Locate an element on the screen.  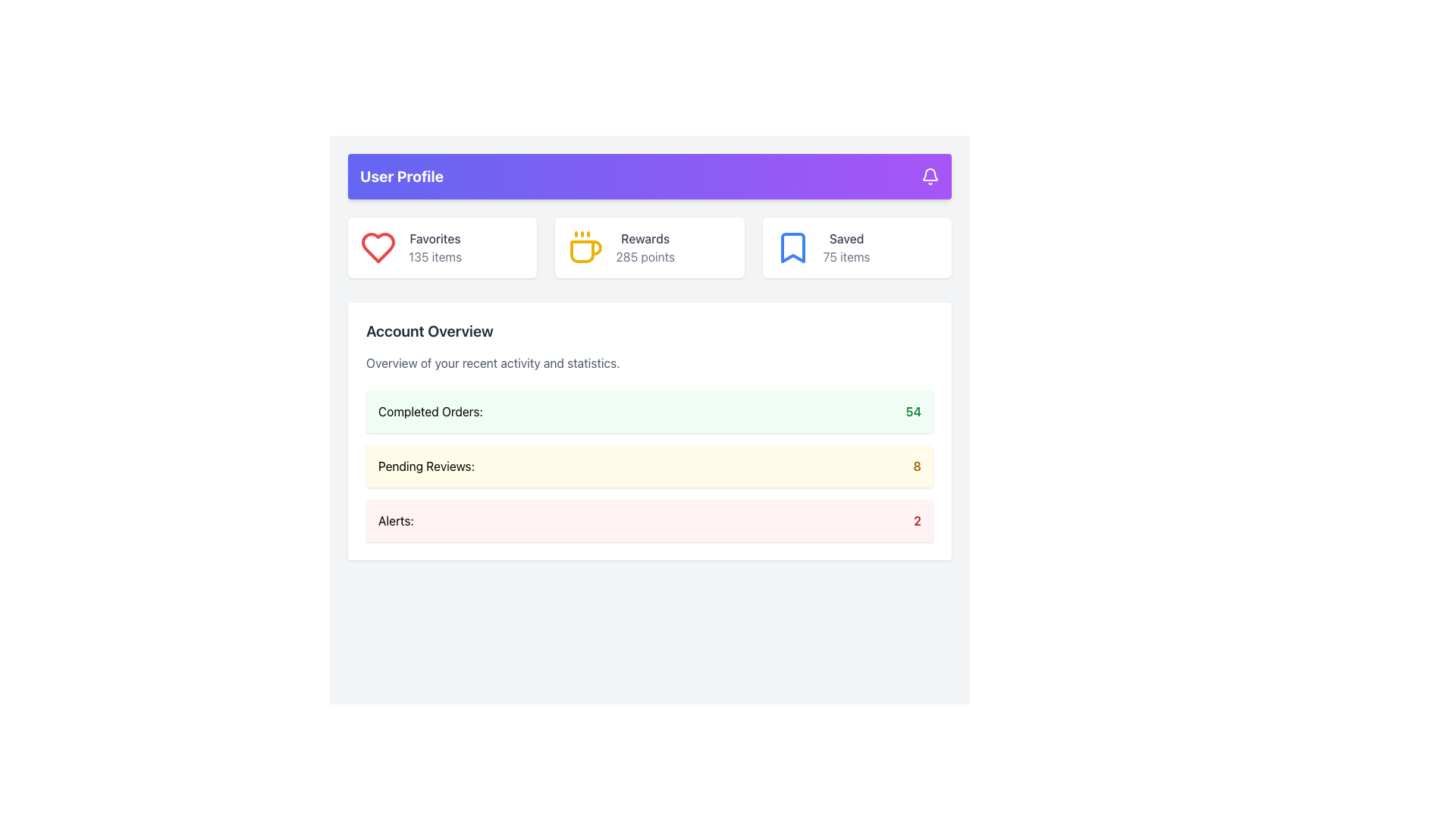
the Informational card displaying the number of pending reviews in the 'Account Overview' section, positioned between the 'Completed Orders' and 'Alerts' cards is located at coordinates (650, 465).